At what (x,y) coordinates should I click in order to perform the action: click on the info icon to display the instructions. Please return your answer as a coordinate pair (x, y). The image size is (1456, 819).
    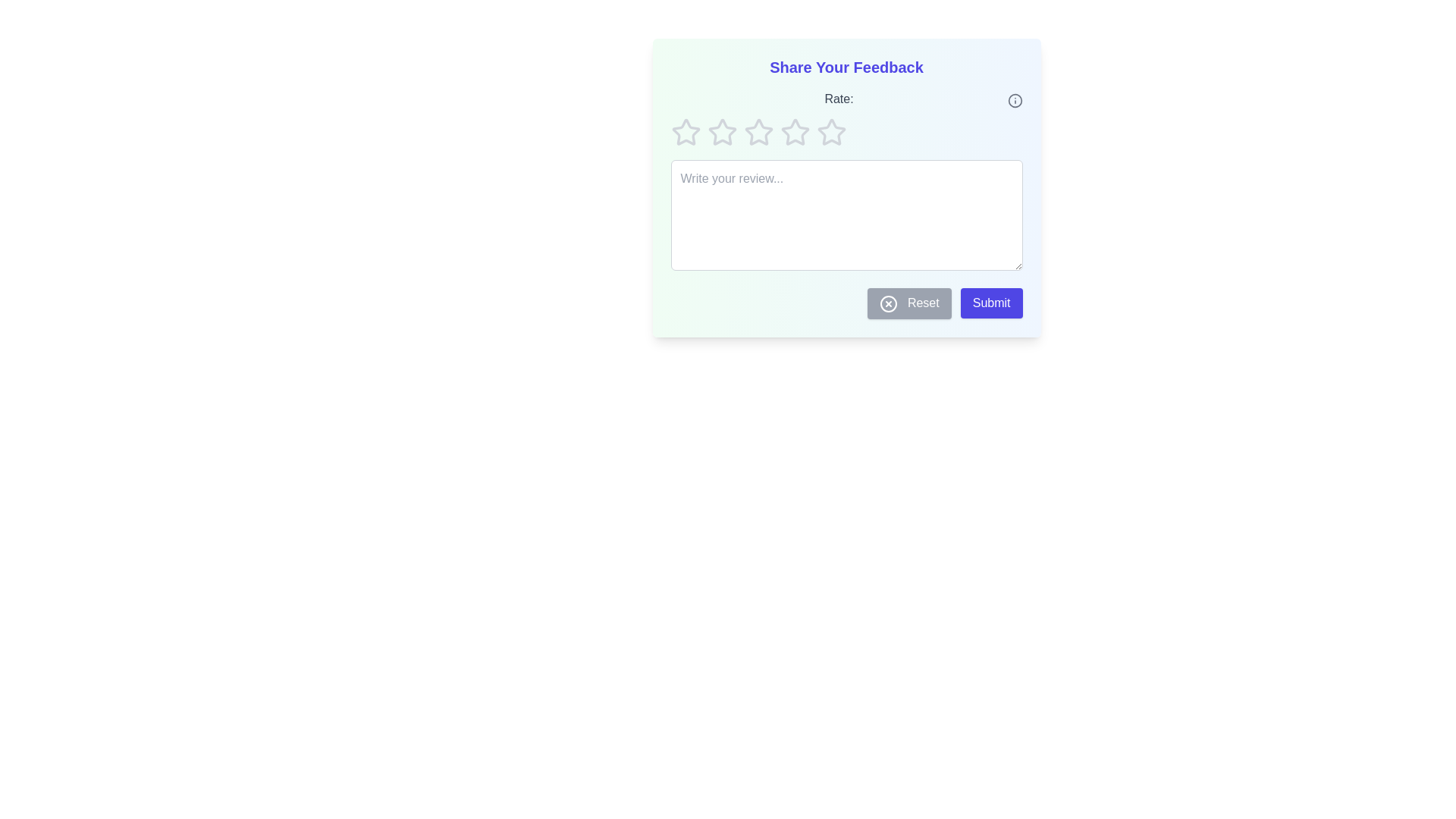
    Looking at the image, I should click on (1015, 100).